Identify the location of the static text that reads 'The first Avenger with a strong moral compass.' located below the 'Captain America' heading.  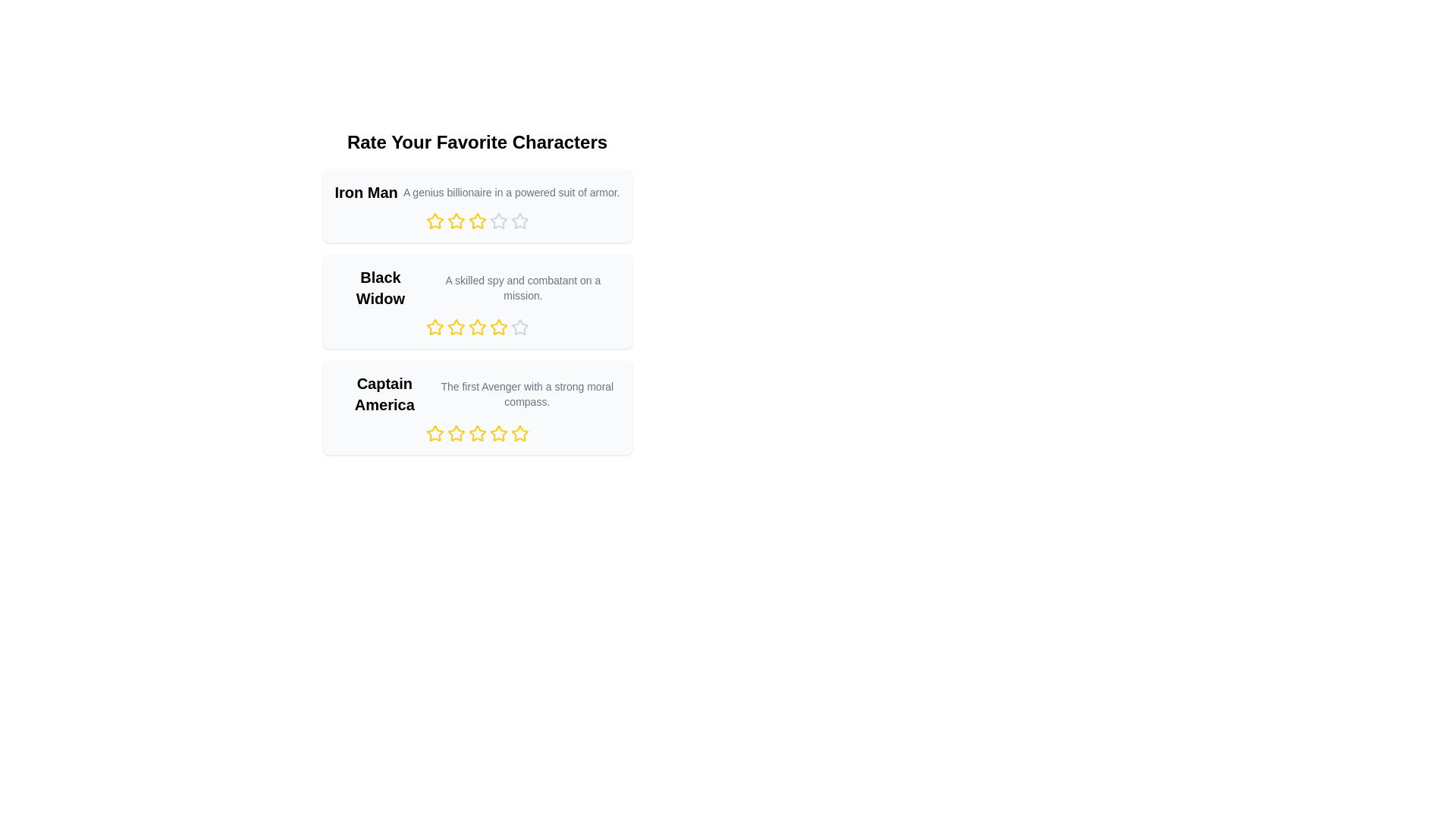
(527, 394).